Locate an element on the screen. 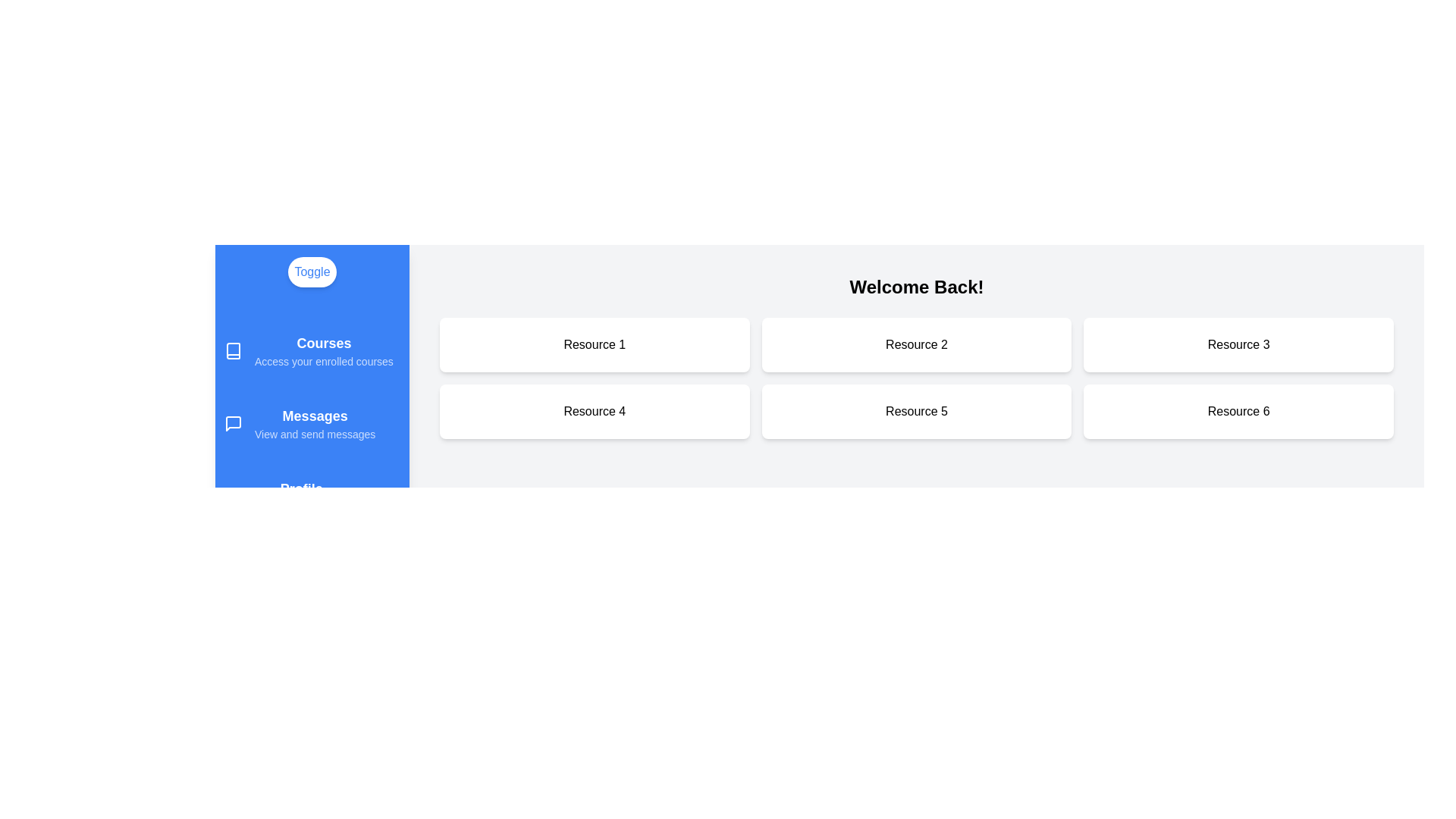 The image size is (1456, 819). the Profile section in the drawer is located at coordinates (312, 497).